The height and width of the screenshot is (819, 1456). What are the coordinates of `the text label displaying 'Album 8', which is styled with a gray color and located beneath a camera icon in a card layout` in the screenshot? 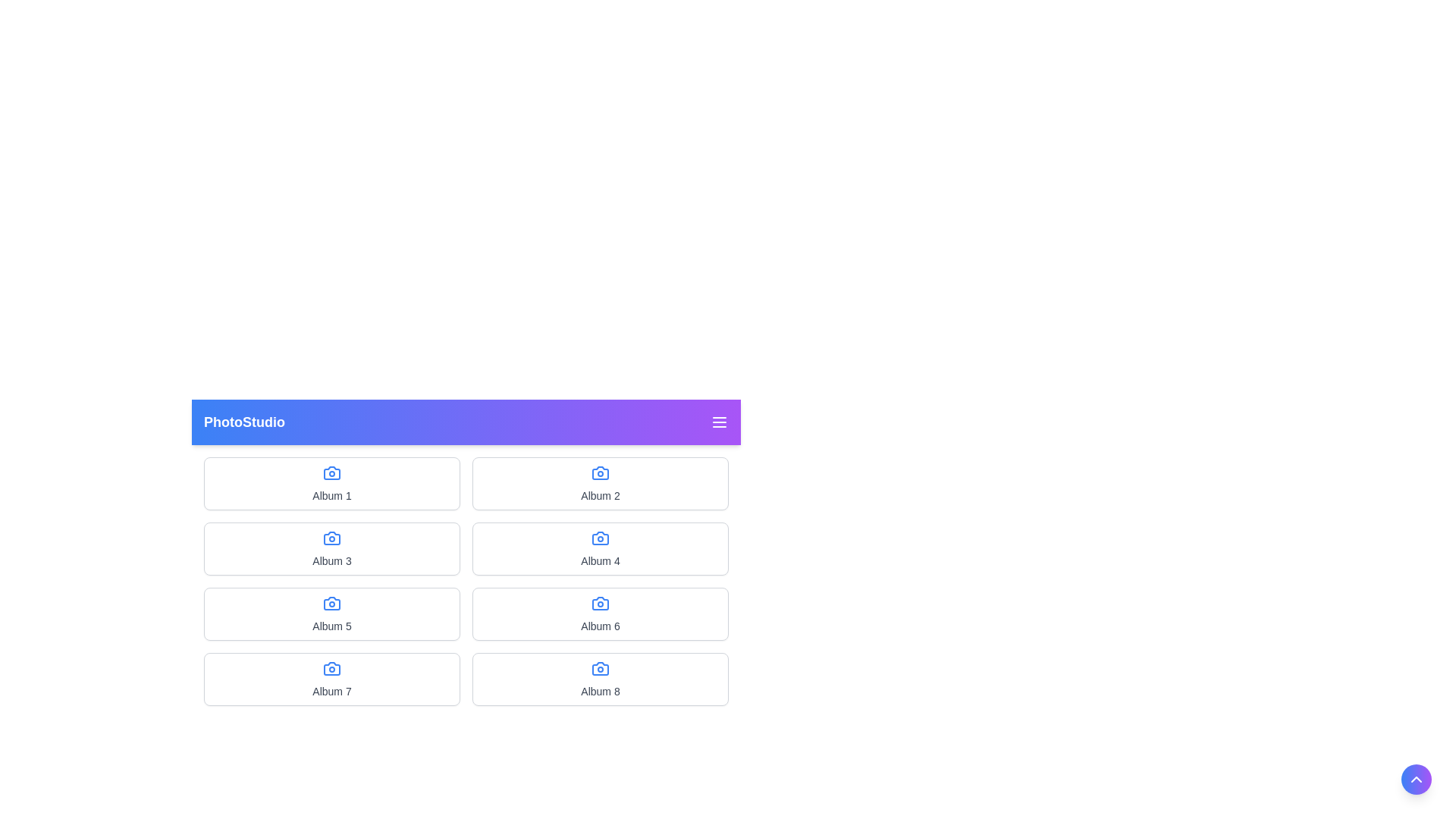 It's located at (600, 691).